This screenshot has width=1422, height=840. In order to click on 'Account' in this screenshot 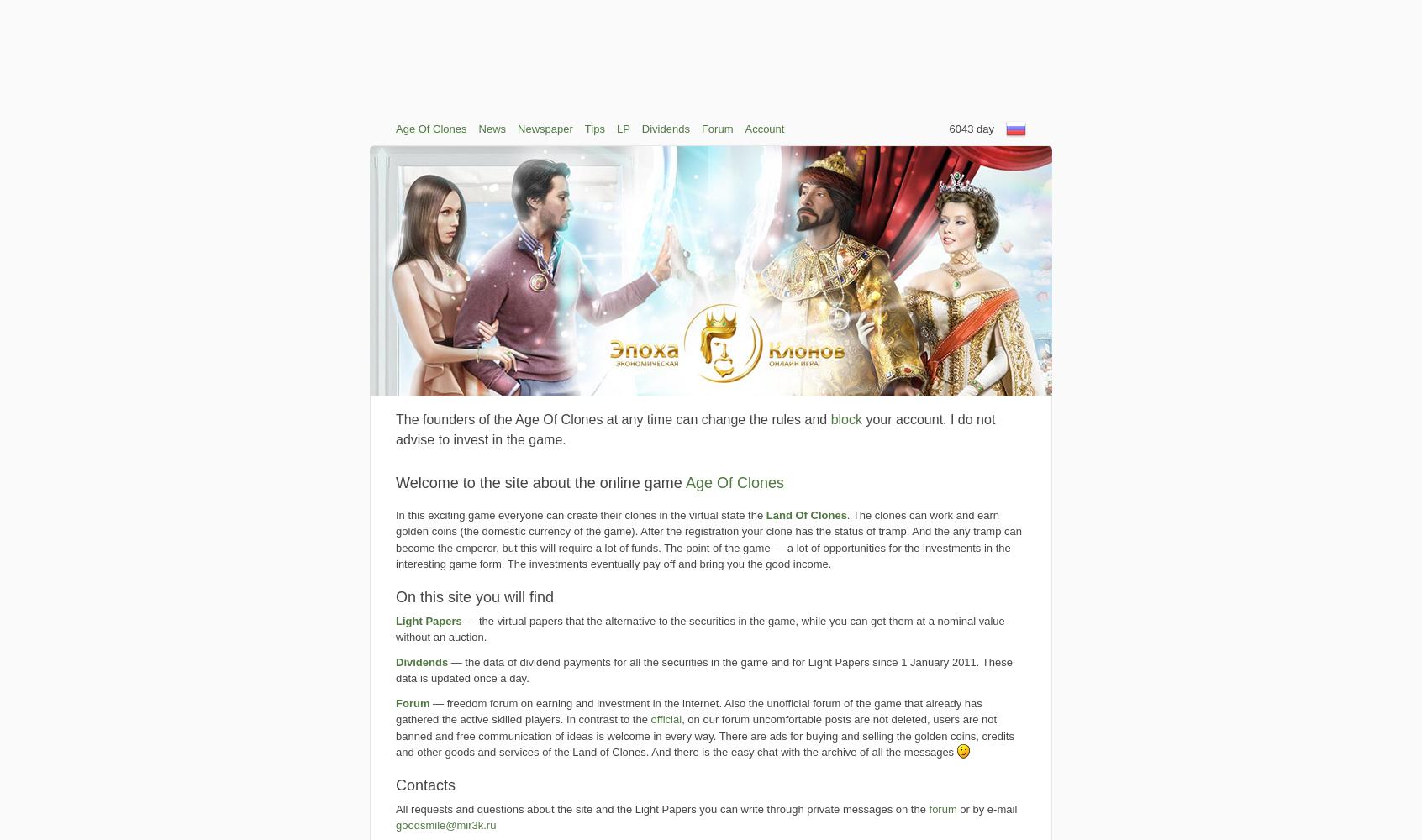, I will do `click(743, 129)`.